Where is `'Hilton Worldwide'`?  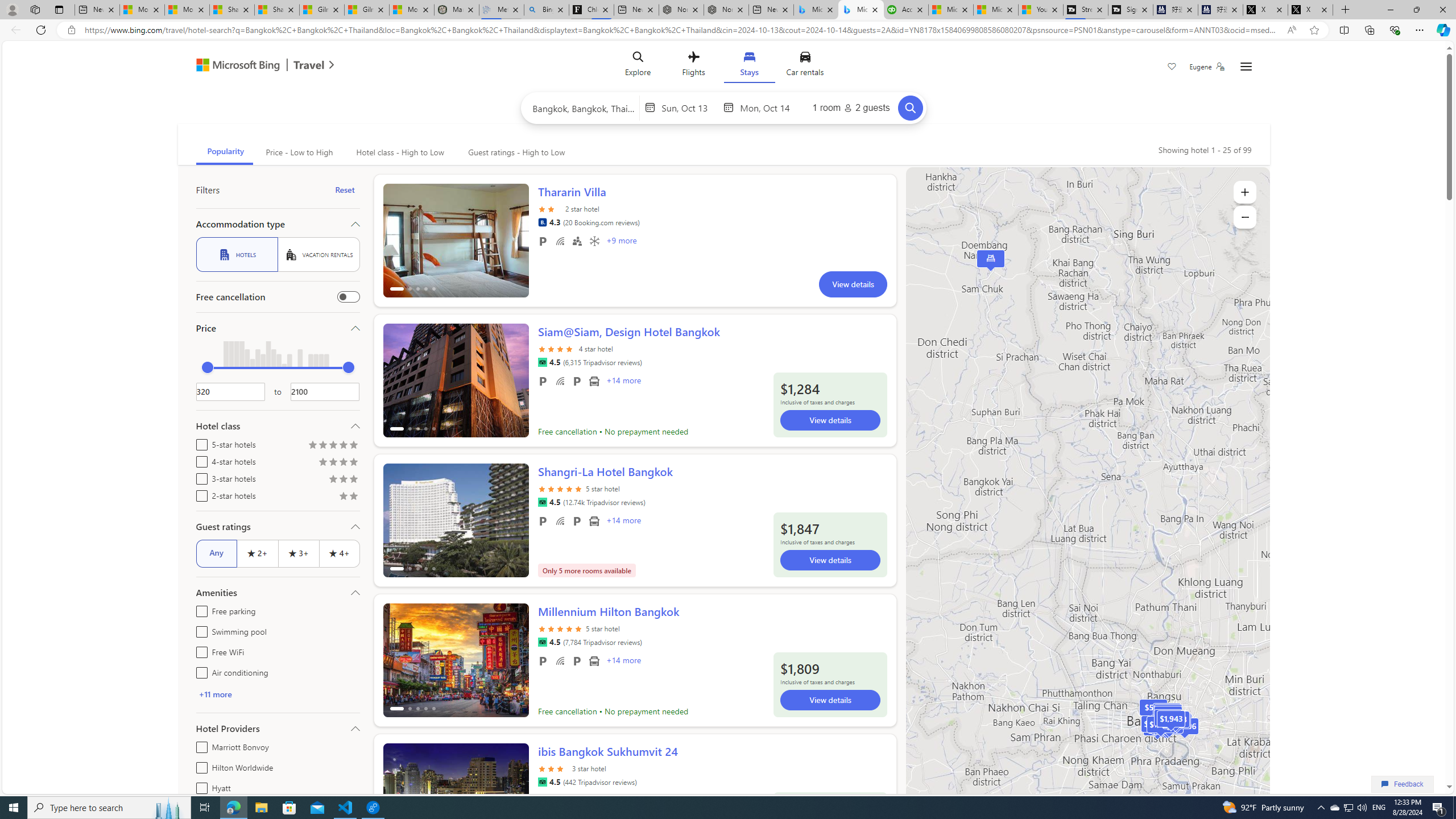 'Hilton Worldwide' is located at coordinates (199, 766).